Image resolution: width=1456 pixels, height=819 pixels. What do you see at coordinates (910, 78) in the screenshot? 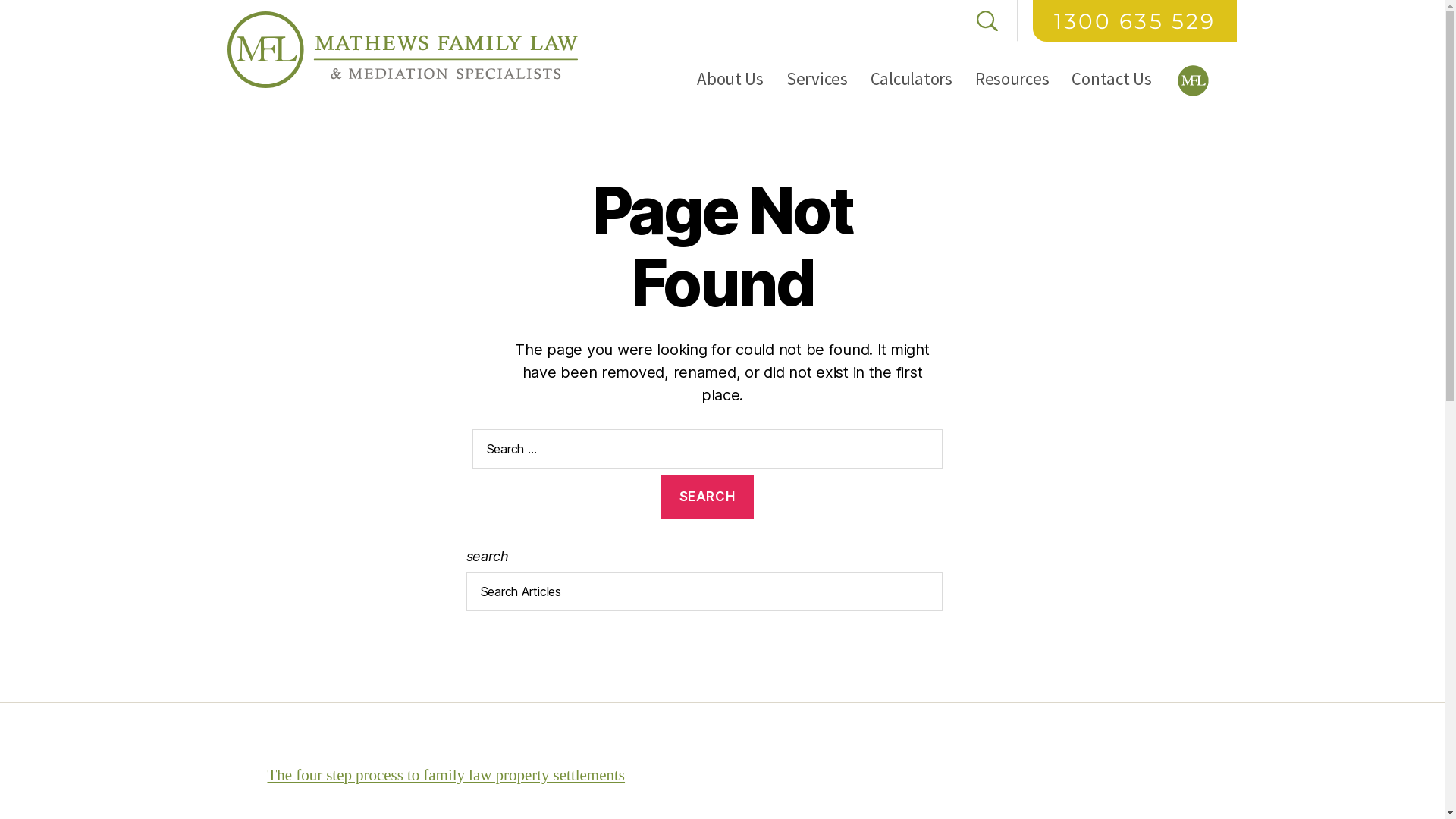
I see `'Calculators'` at bounding box center [910, 78].